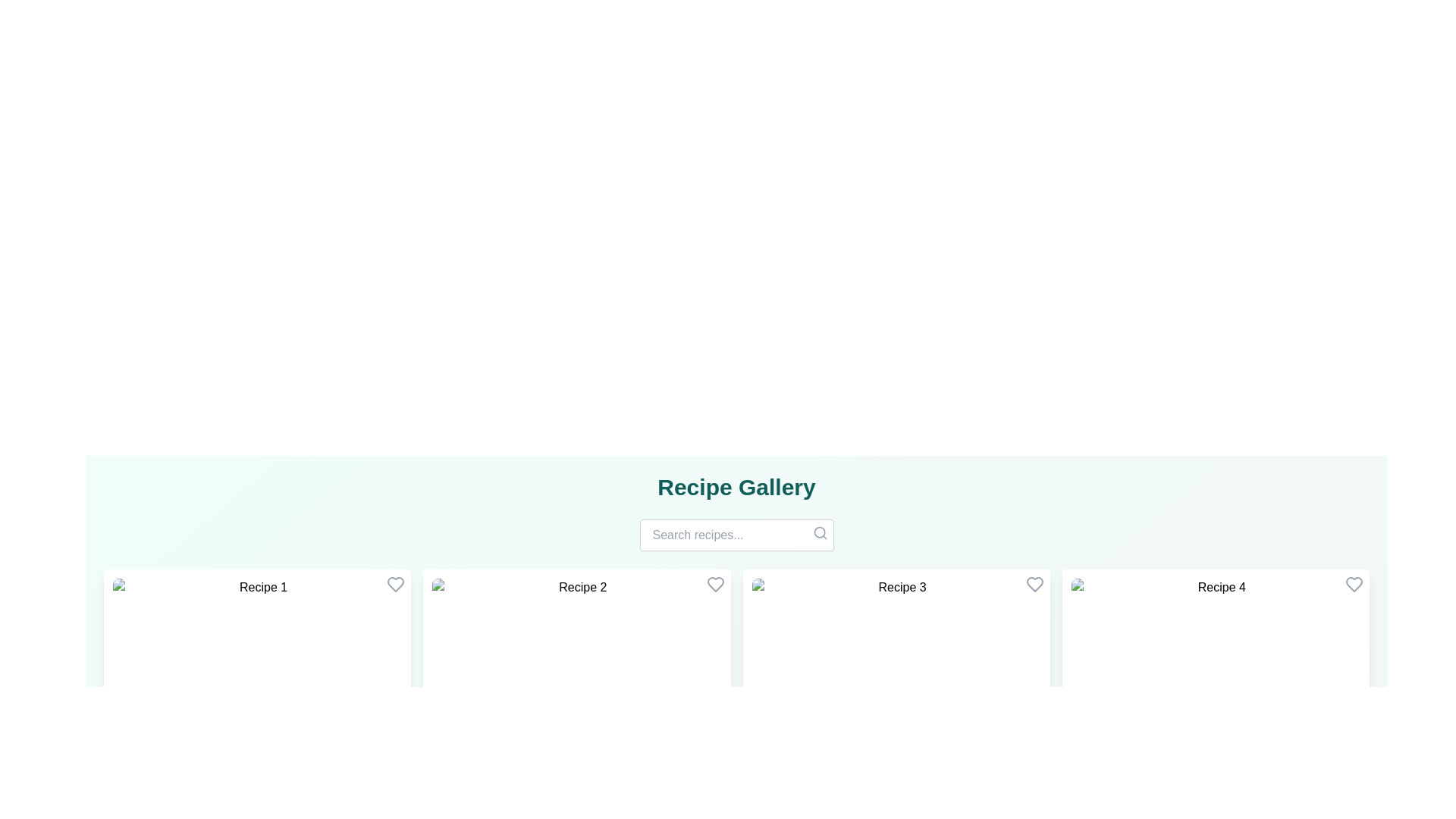 This screenshot has width=1456, height=819. Describe the element at coordinates (819, 532) in the screenshot. I see `the search icon located in the right section of the search input field, which signifies the search functionality` at that location.